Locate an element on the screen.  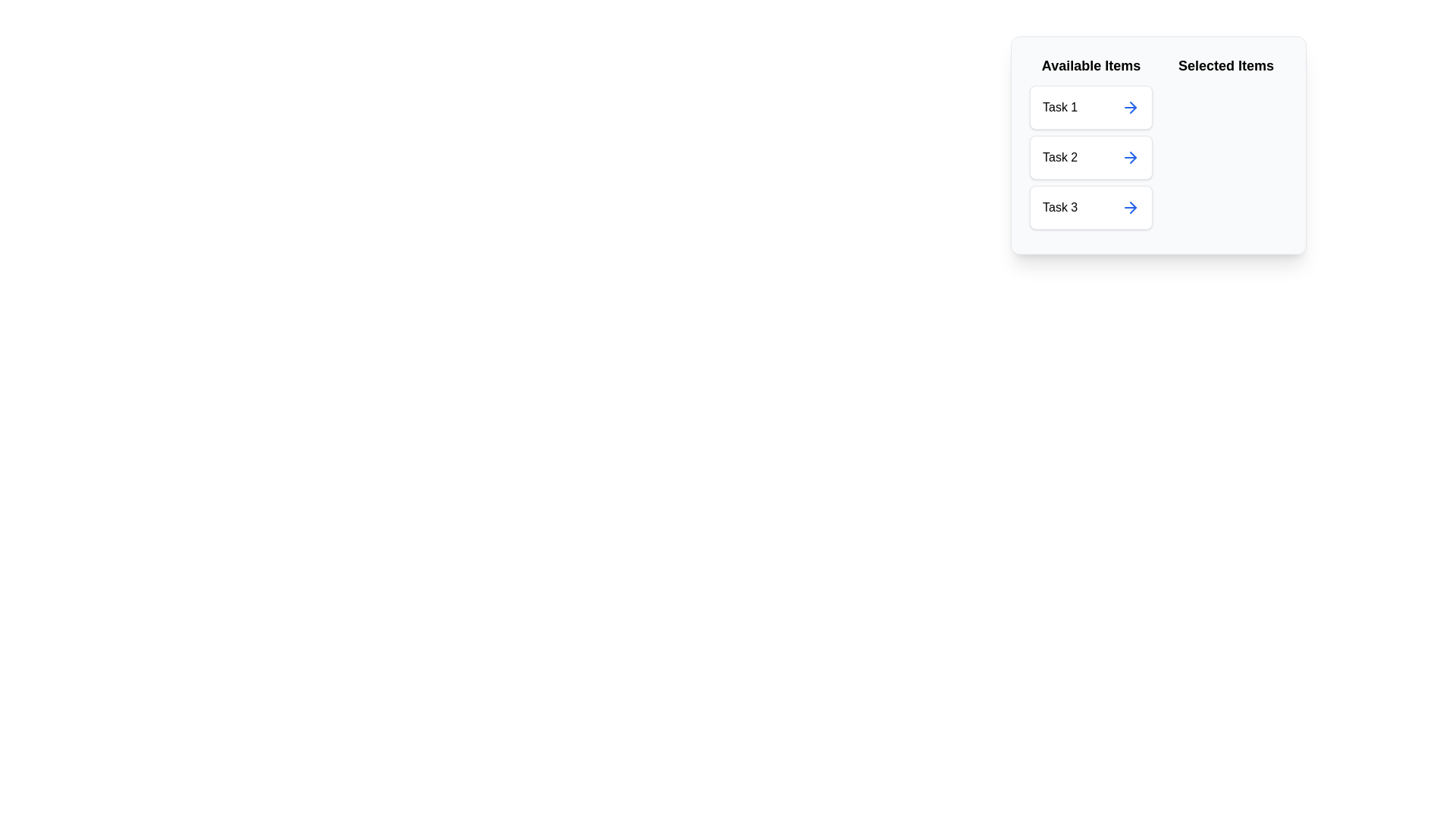
text label displaying 'Task 3' located within the clickable button-like area in the third row of the 'Available Items' section is located at coordinates (1059, 207).